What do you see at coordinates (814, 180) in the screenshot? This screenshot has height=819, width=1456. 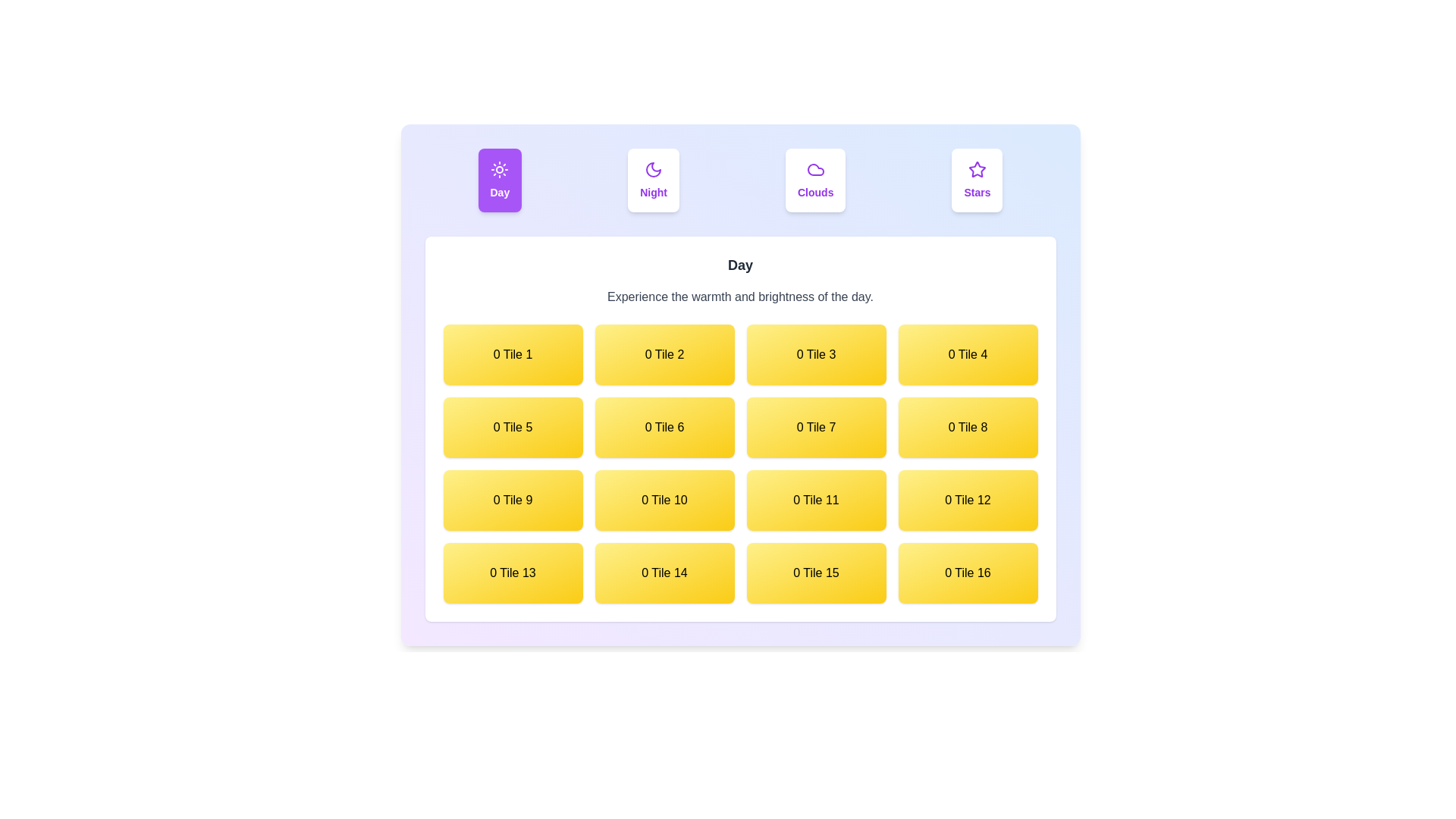 I see `the Clouds tab` at bounding box center [814, 180].